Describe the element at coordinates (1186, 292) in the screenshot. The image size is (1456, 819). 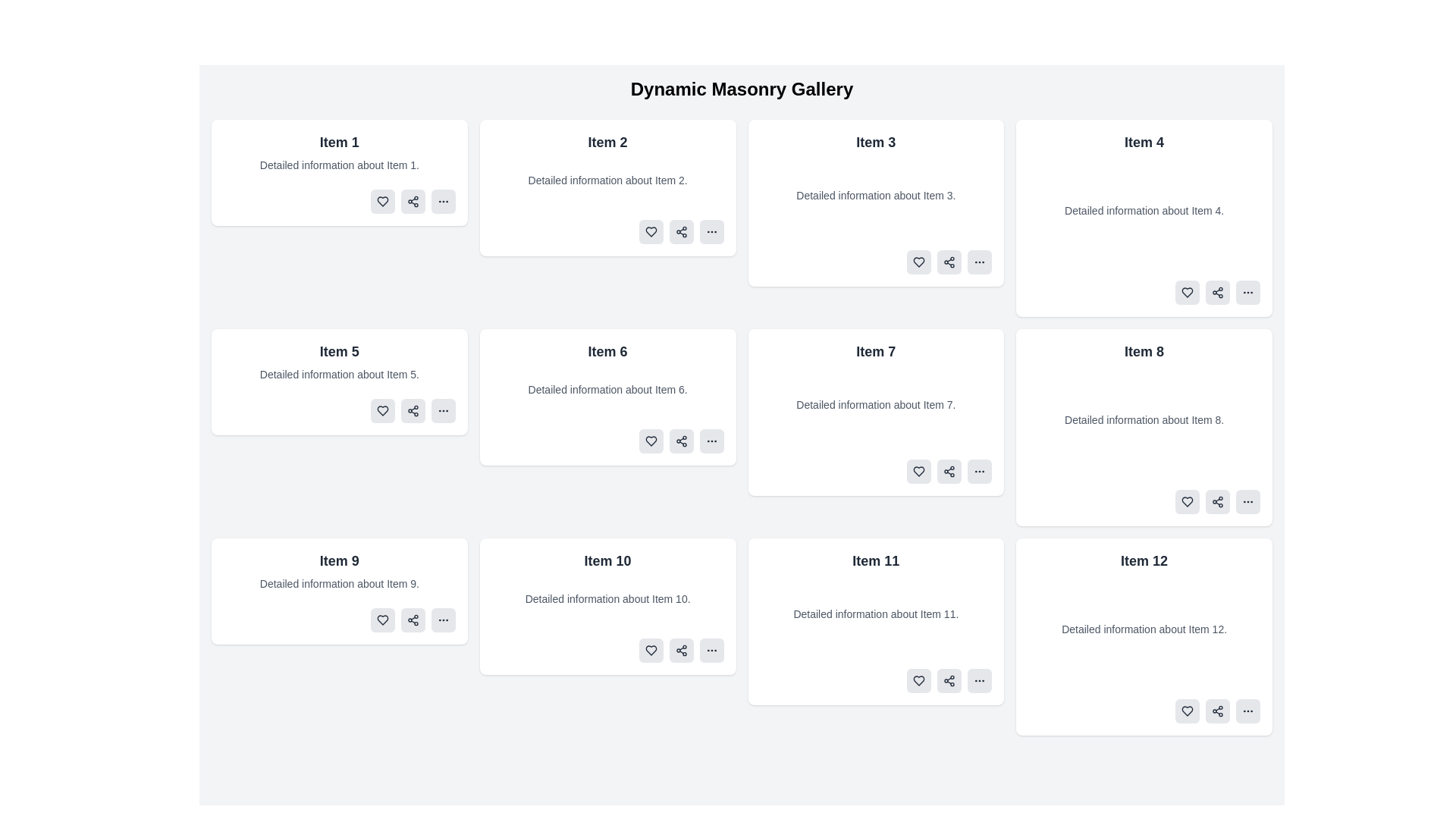
I see `the heart-shaped vector graphic icon located in the bottom-left corner of the 'Item 4' card to like or favorite the content` at that location.